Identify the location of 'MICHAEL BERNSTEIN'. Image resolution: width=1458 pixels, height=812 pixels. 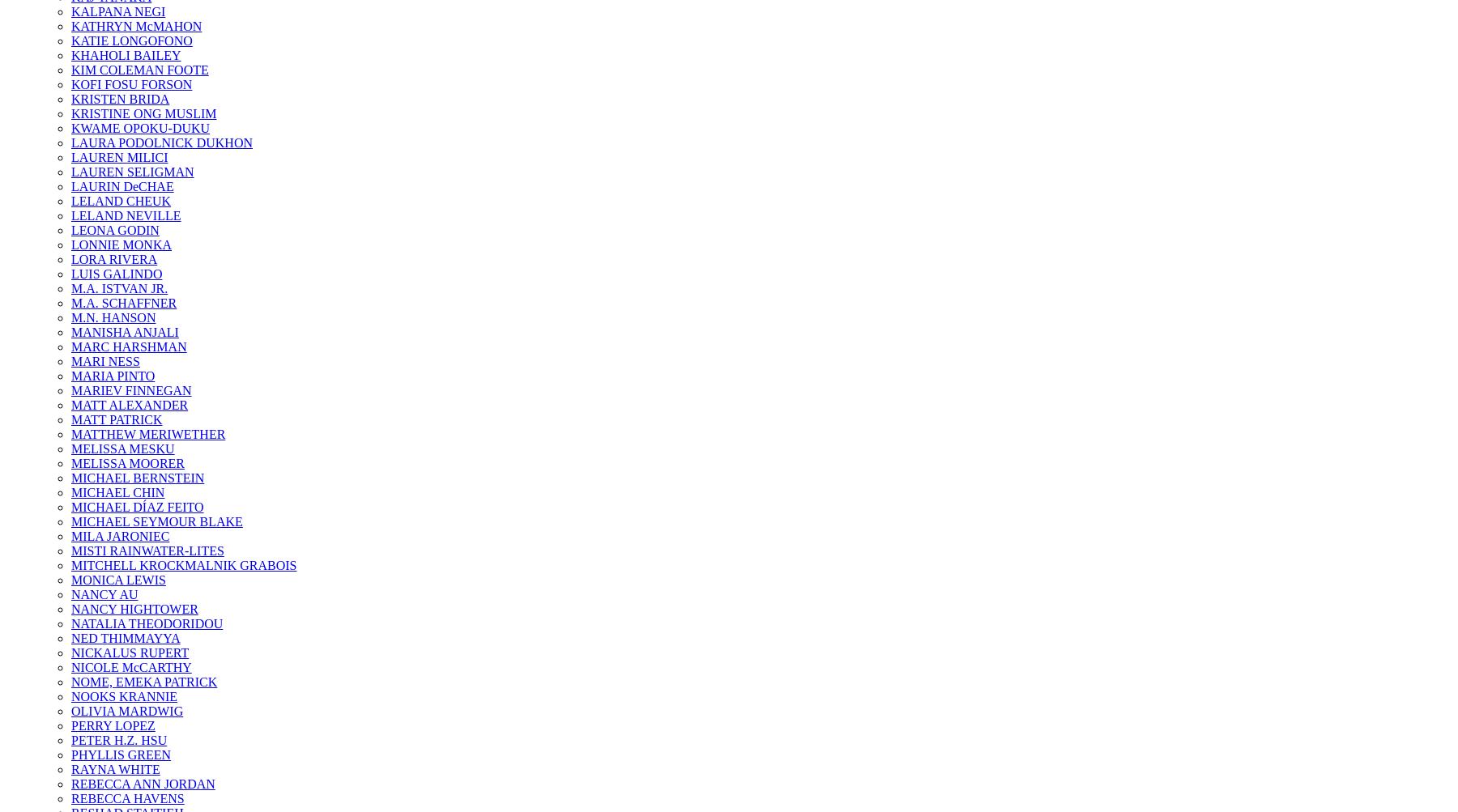
(137, 477).